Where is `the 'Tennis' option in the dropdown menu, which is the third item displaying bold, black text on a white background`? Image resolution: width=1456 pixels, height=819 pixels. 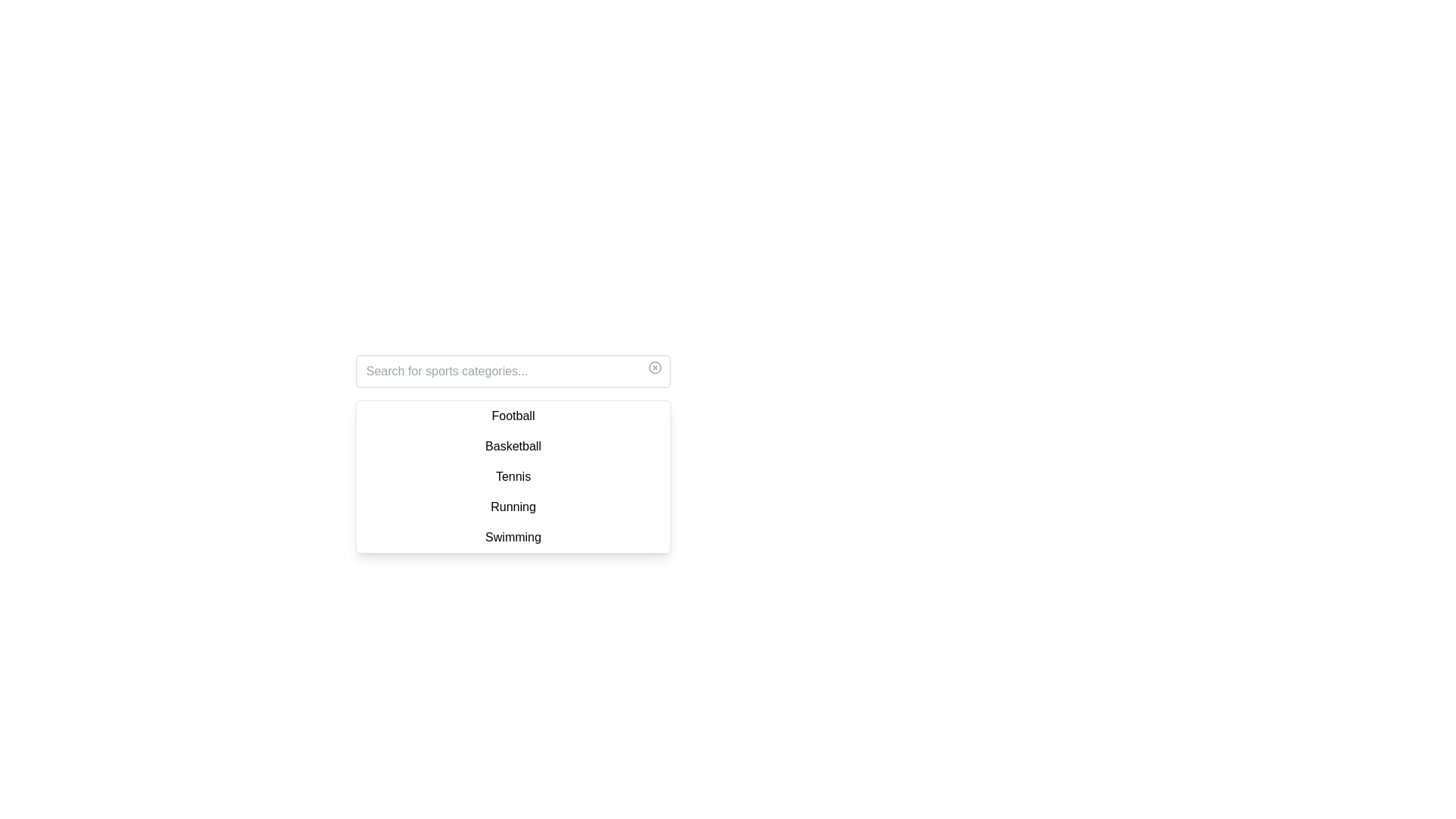 the 'Tennis' option in the dropdown menu, which is the third item displaying bold, black text on a white background is located at coordinates (513, 475).